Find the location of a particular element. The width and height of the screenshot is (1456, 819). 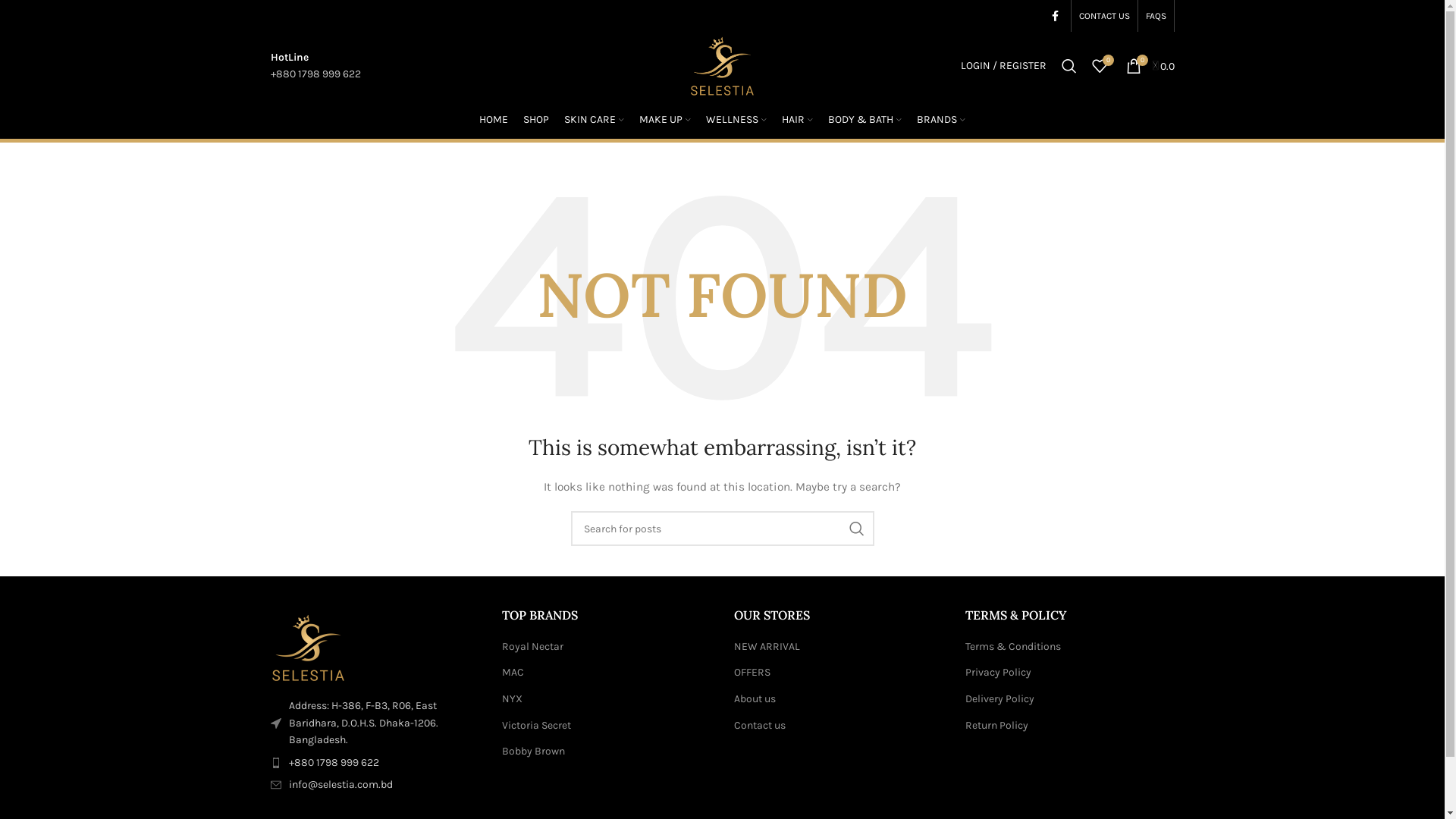

'HAIR' is located at coordinates (796, 119).